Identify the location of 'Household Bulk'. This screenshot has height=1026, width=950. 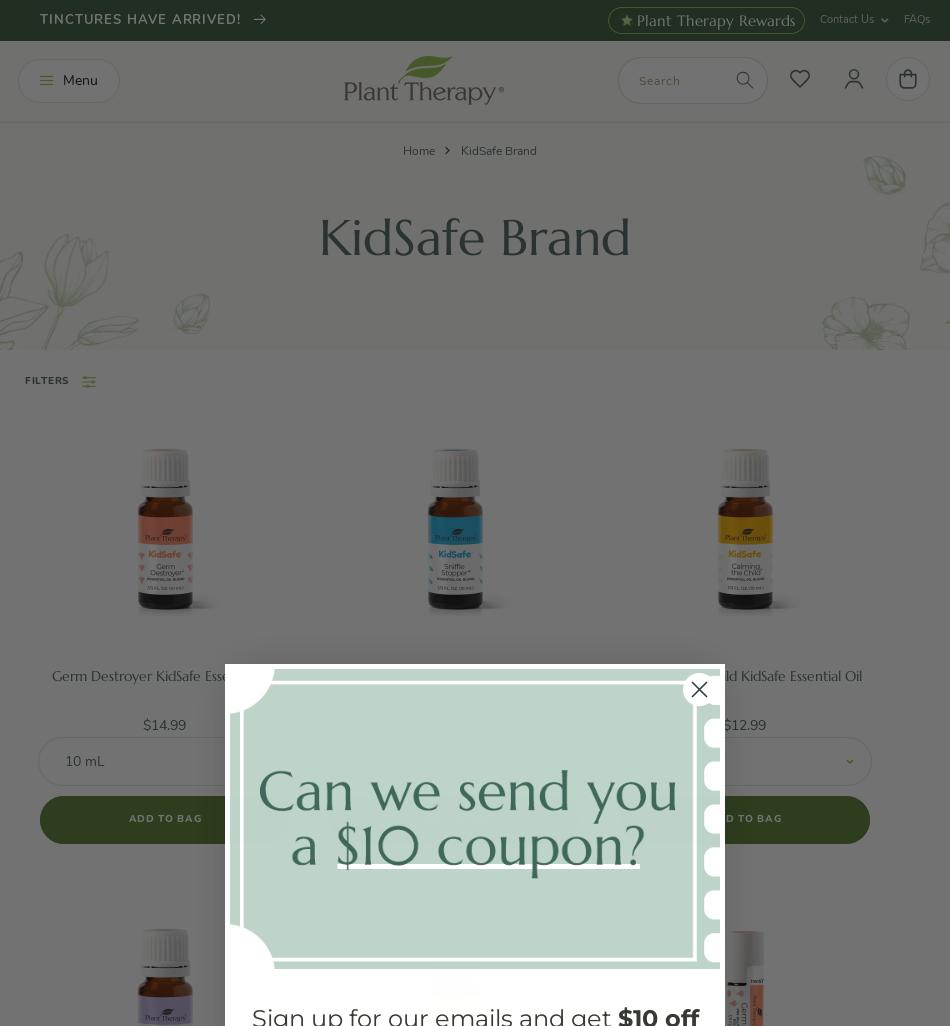
(62, 612).